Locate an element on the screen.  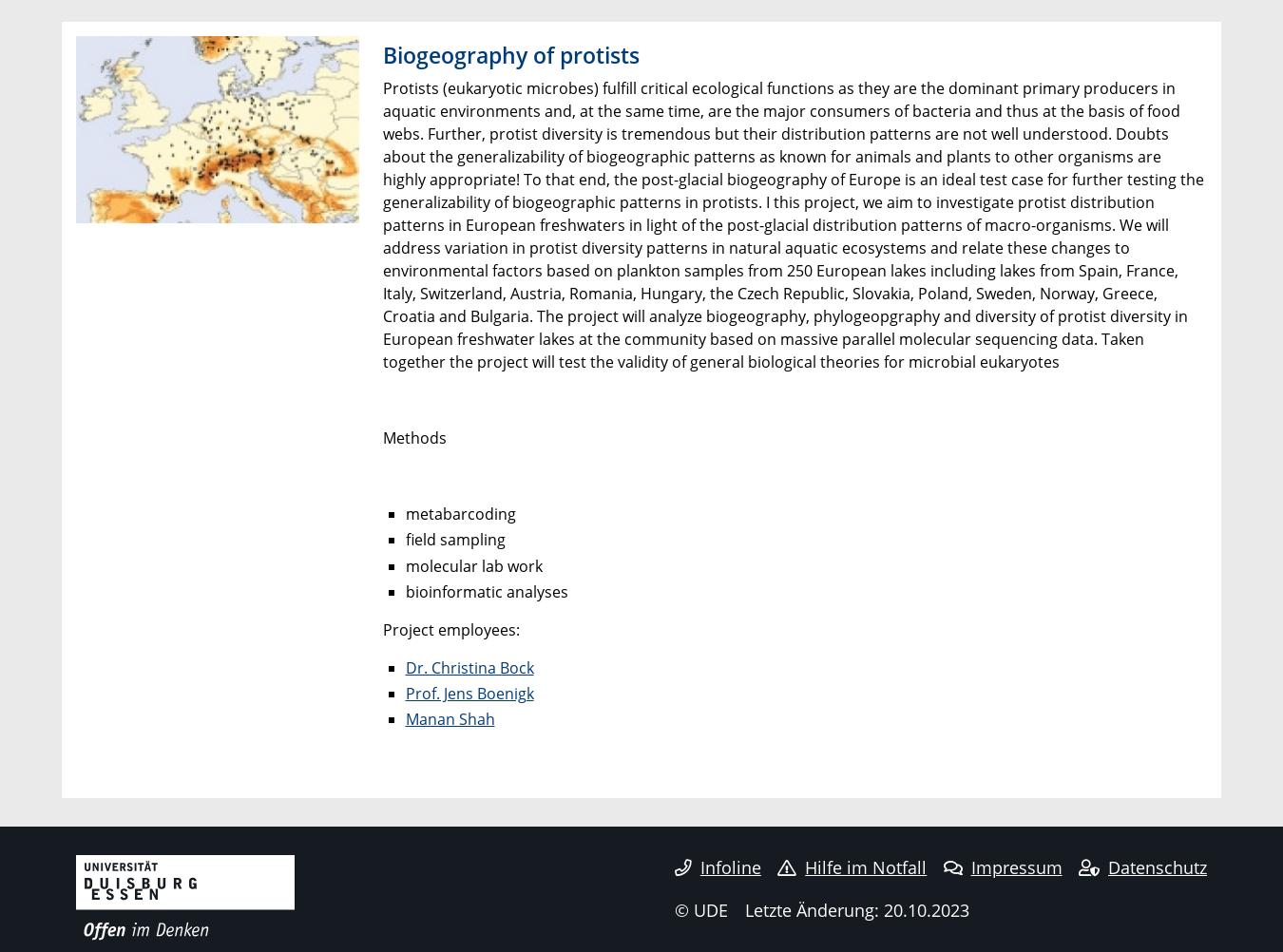
'Datenschutz' is located at coordinates (1106, 867).